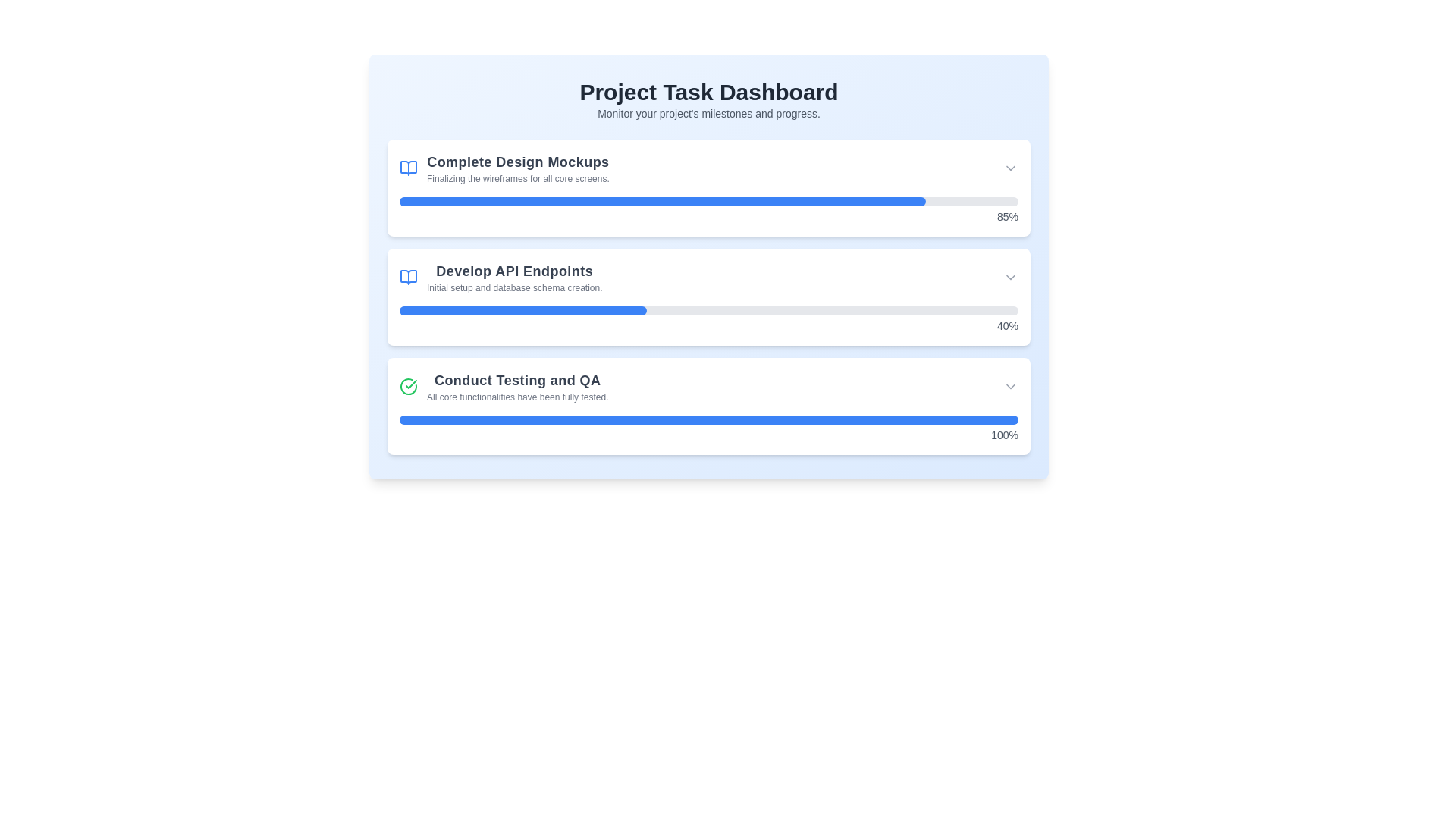  What do you see at coordinates (708, 429) in the screenshot?
I see `the progress bar indicating task completion percentage labeled 'Conduct Testing and QA' on the dashboard` at bounding box center [708, 429].